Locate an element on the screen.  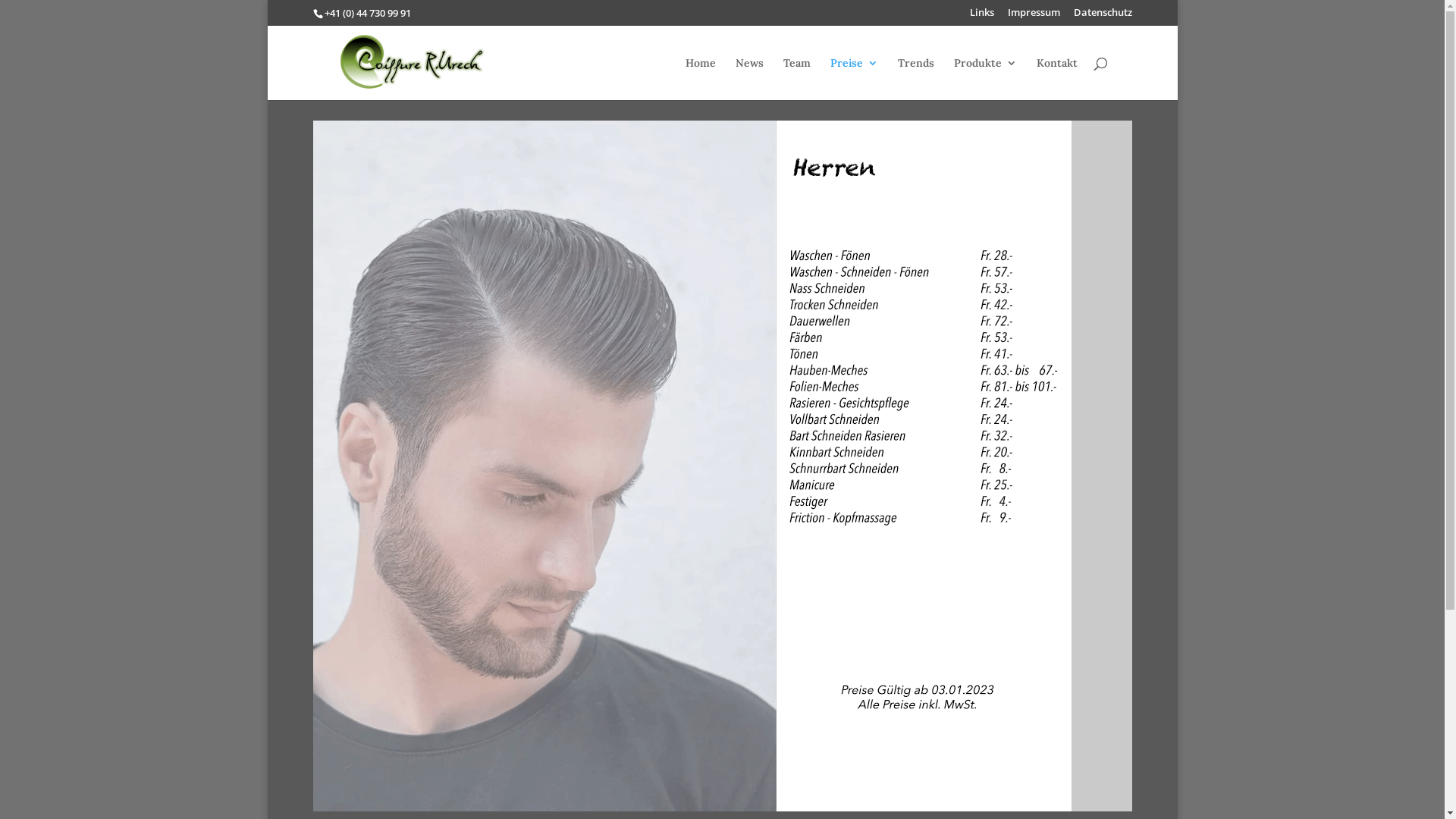
'Links' is located at coordinates (981, 16).